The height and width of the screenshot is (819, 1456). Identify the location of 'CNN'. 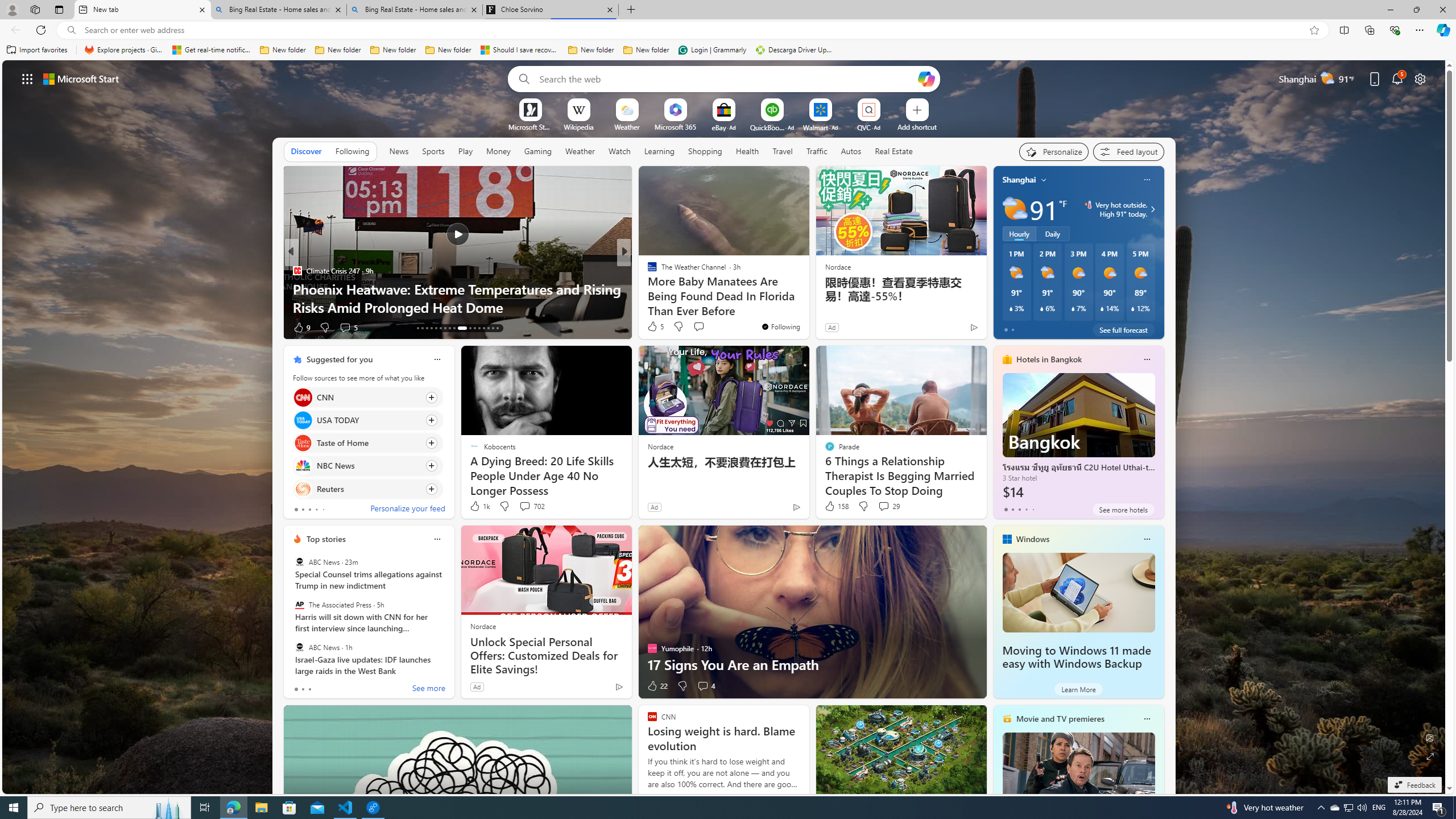
(302, 397).